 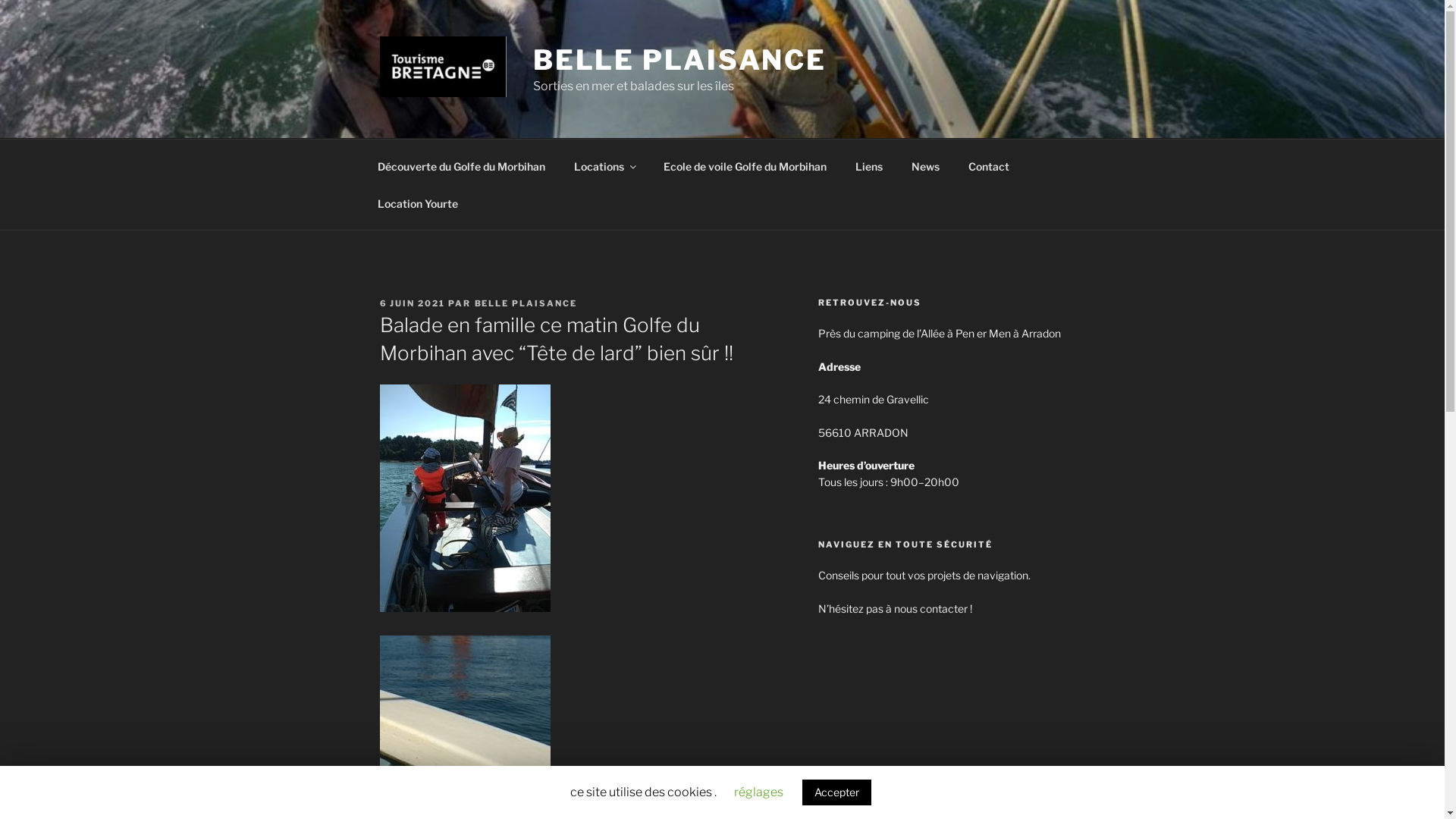 What do you see at coordinates (989, 165) in the screenshot?
I see `'Contact'` at bounding box center [989, 165].